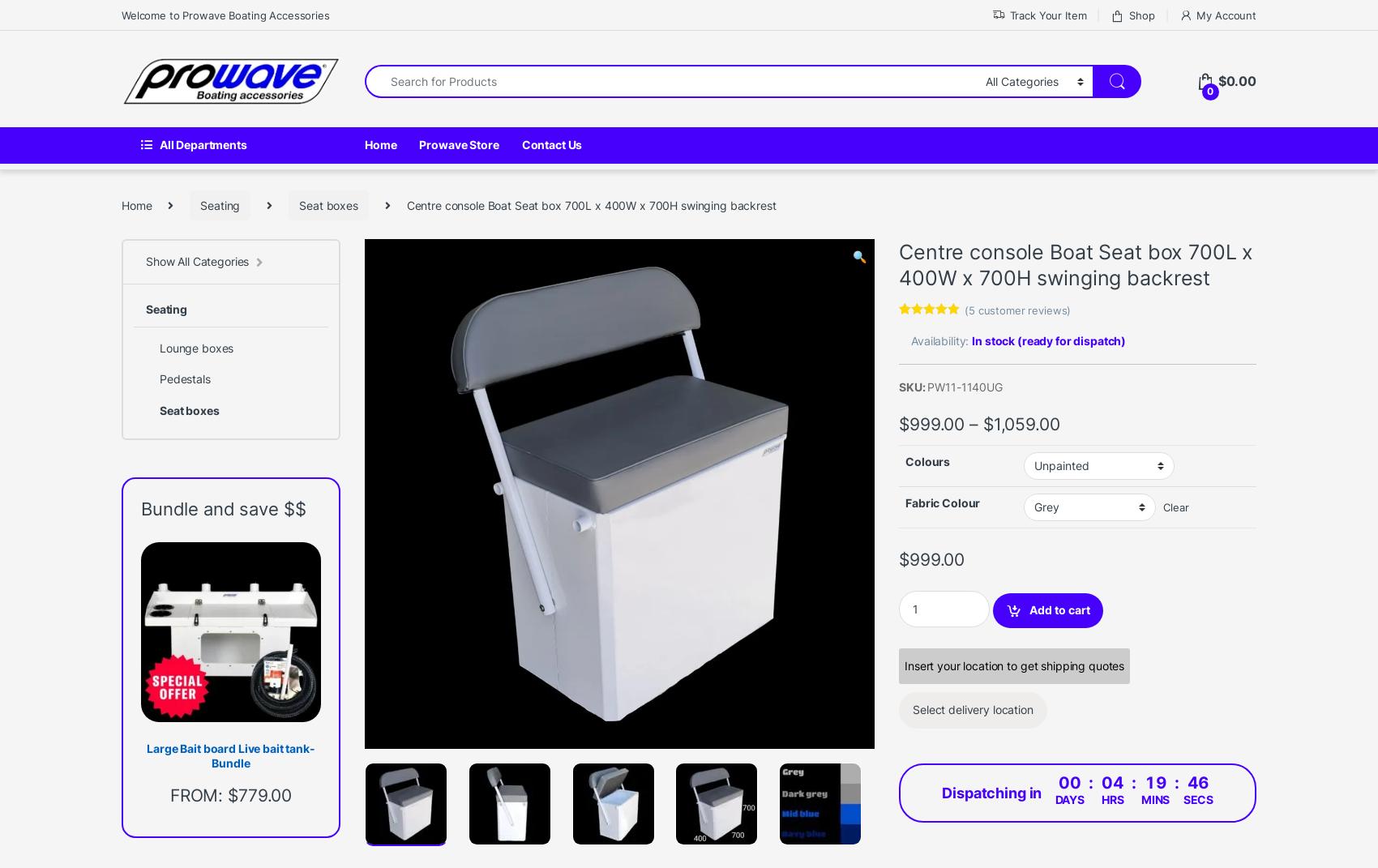 Image resolution: width=1378 pixels, height=868 pixels. What do you see at coordinates (635, 840) in the screenshot?
I see `'Live bait tanks'` at bounding box center [635, 840].